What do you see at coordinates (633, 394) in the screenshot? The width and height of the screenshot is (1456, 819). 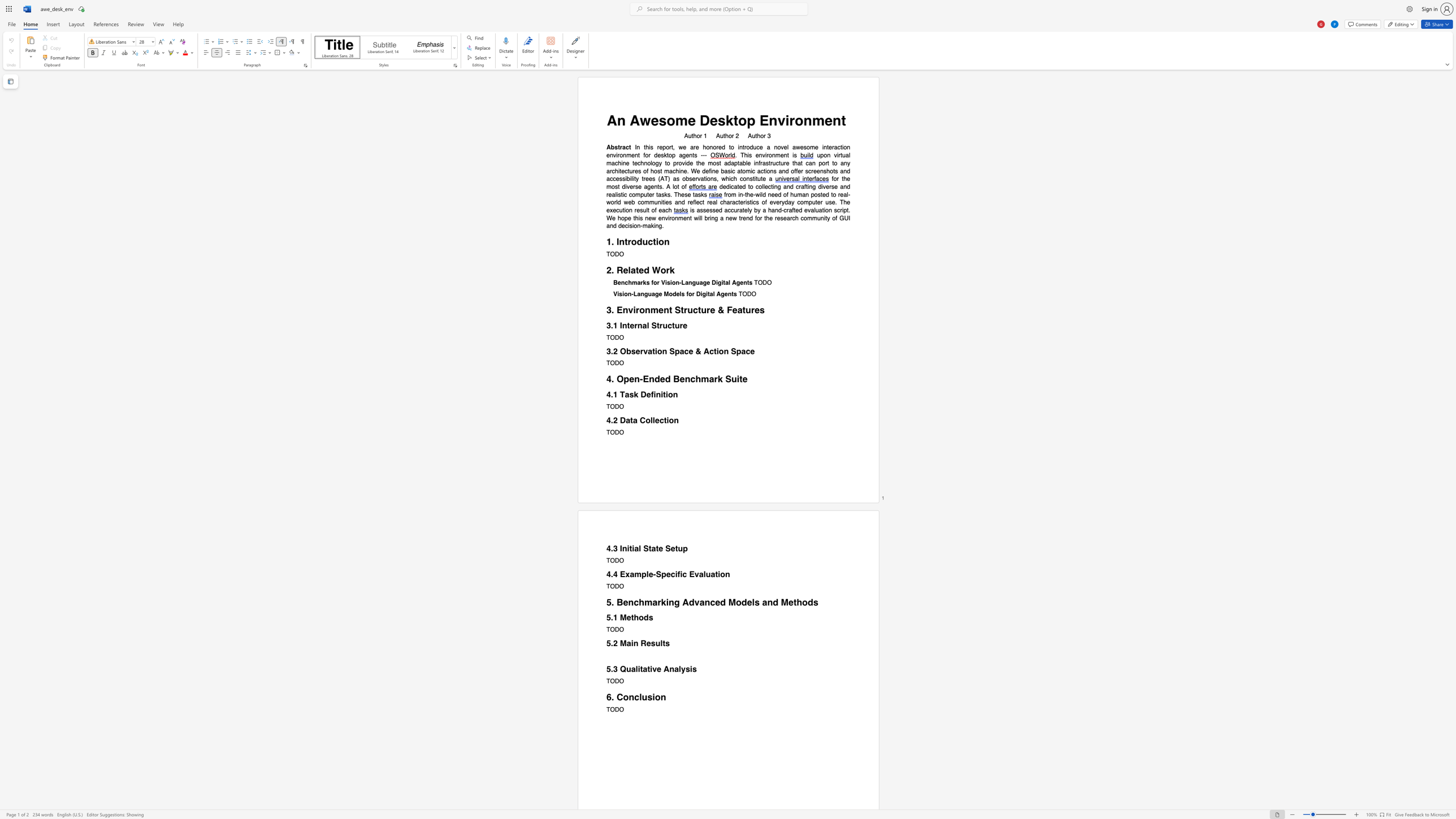 I see `the subset text "k Definition" within the text "4.1 Task Definition"` at bounding box center [633, 394].